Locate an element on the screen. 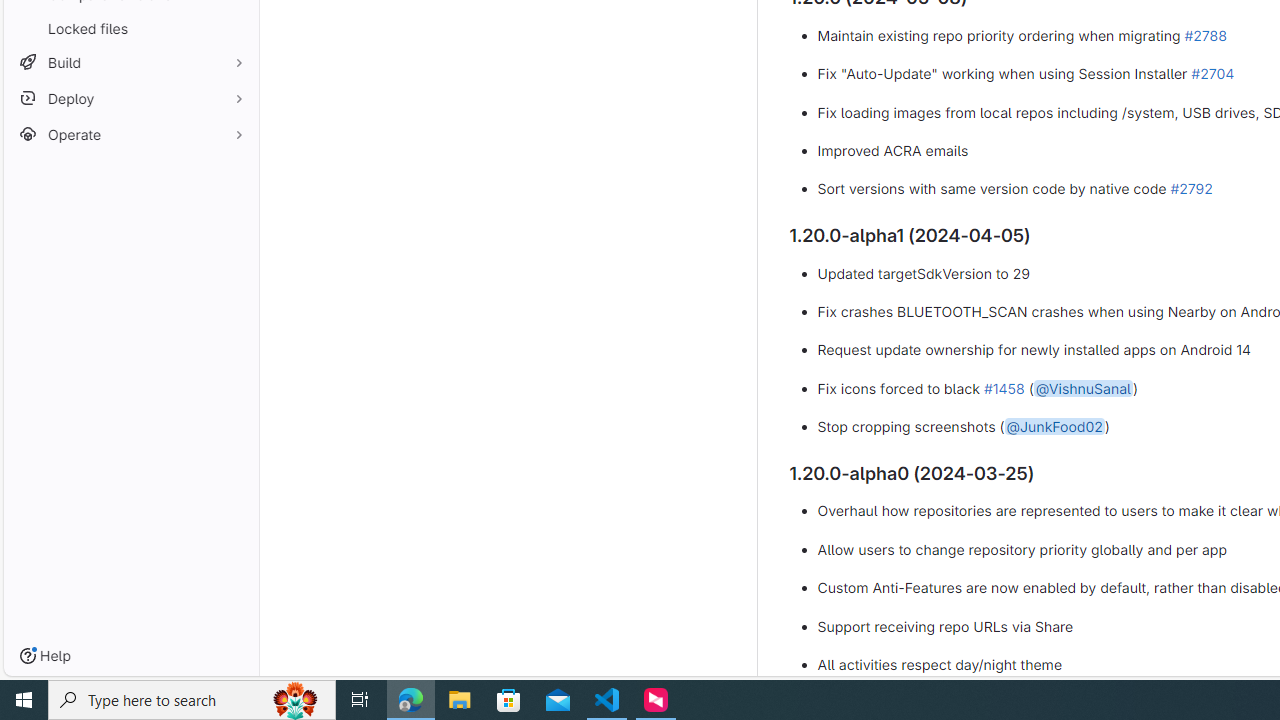 This screenshot has width=1280, height=720. '#2704' is located at coordinates (1211, 72).